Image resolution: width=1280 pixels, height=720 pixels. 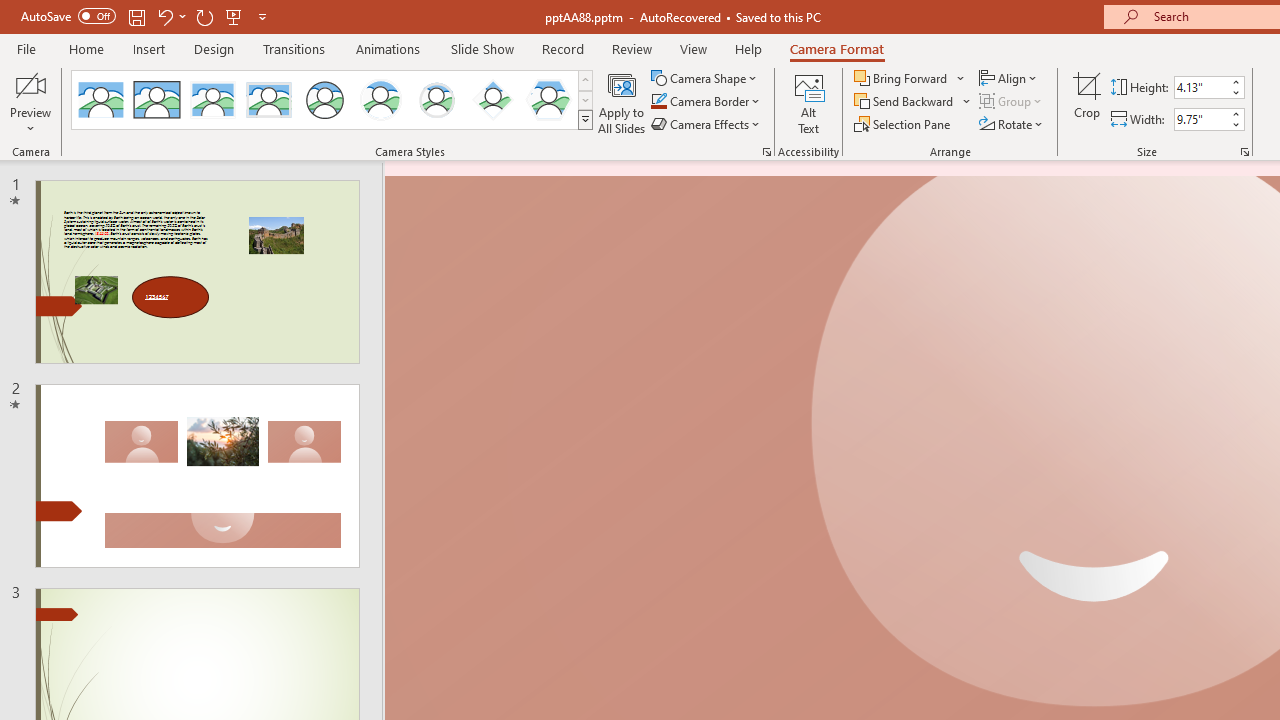 What do you see at coordinates (267, 100) in the screenshot?
I see `'Soft Edge Rectangle'` at bounding box center [267, 100].